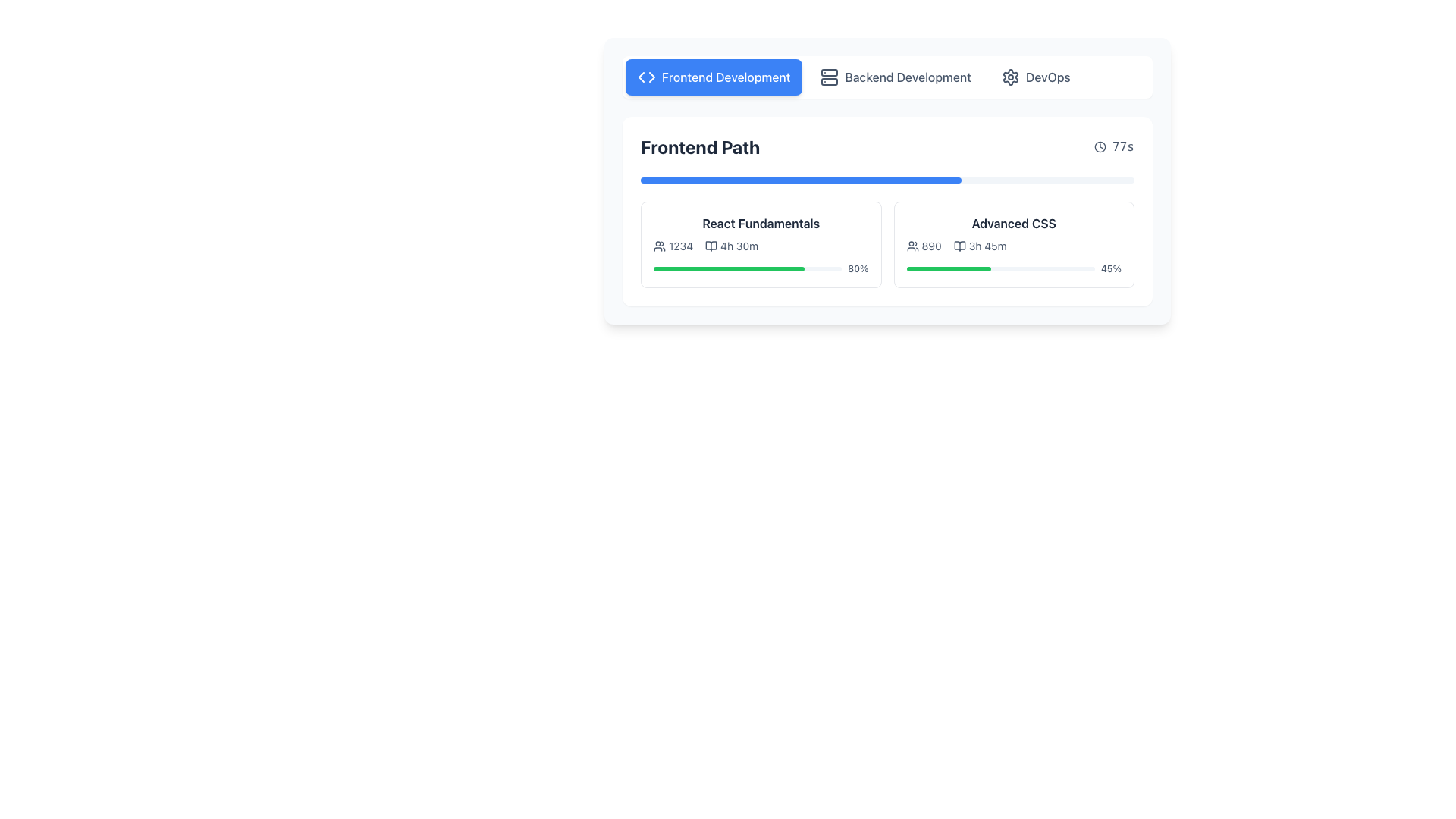  Describe the element at coordinates (732, 245) in the screenshot. I see `duration information from the label with a decorative icon indicating the estimated time required to complete the 'React Fundamentals' course module, which is the second element from the left in the horizontal row of the card-like structure` at that location.